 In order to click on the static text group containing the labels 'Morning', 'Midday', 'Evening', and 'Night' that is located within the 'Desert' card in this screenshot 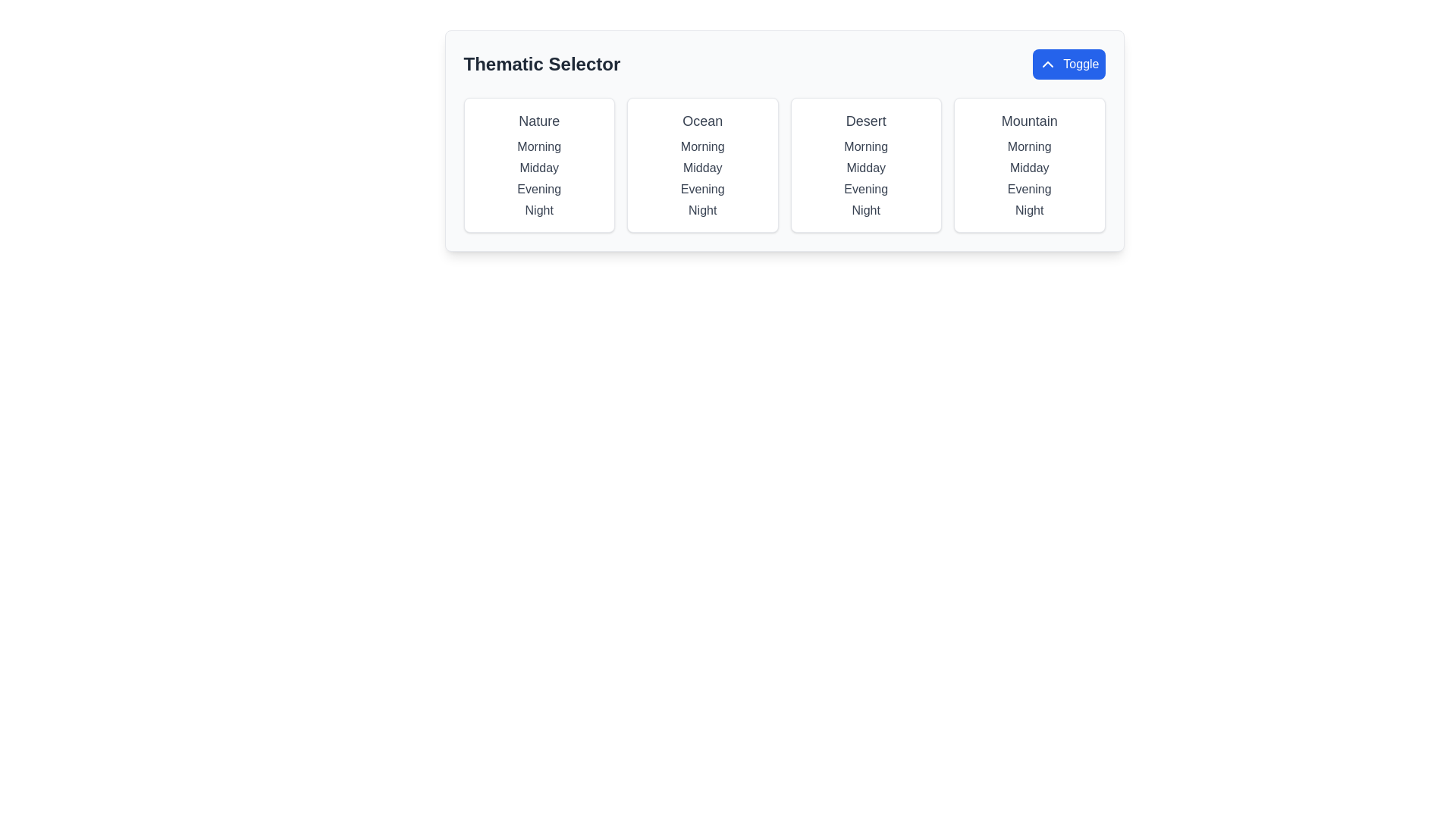, I will do `click(866, 177)`.